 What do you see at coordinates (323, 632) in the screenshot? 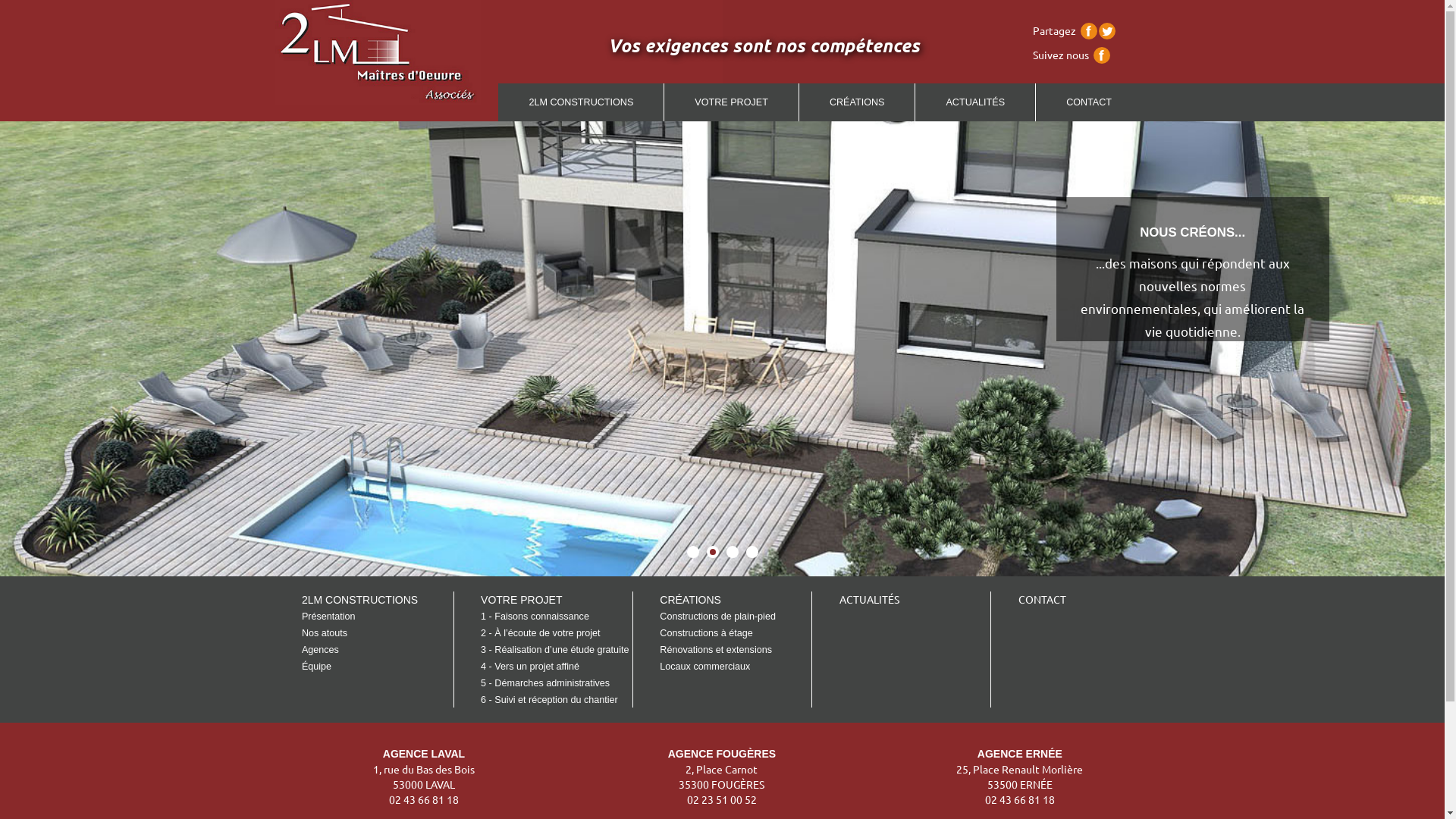
I see `'Nos atouts'` at bounding box center [323, 632].